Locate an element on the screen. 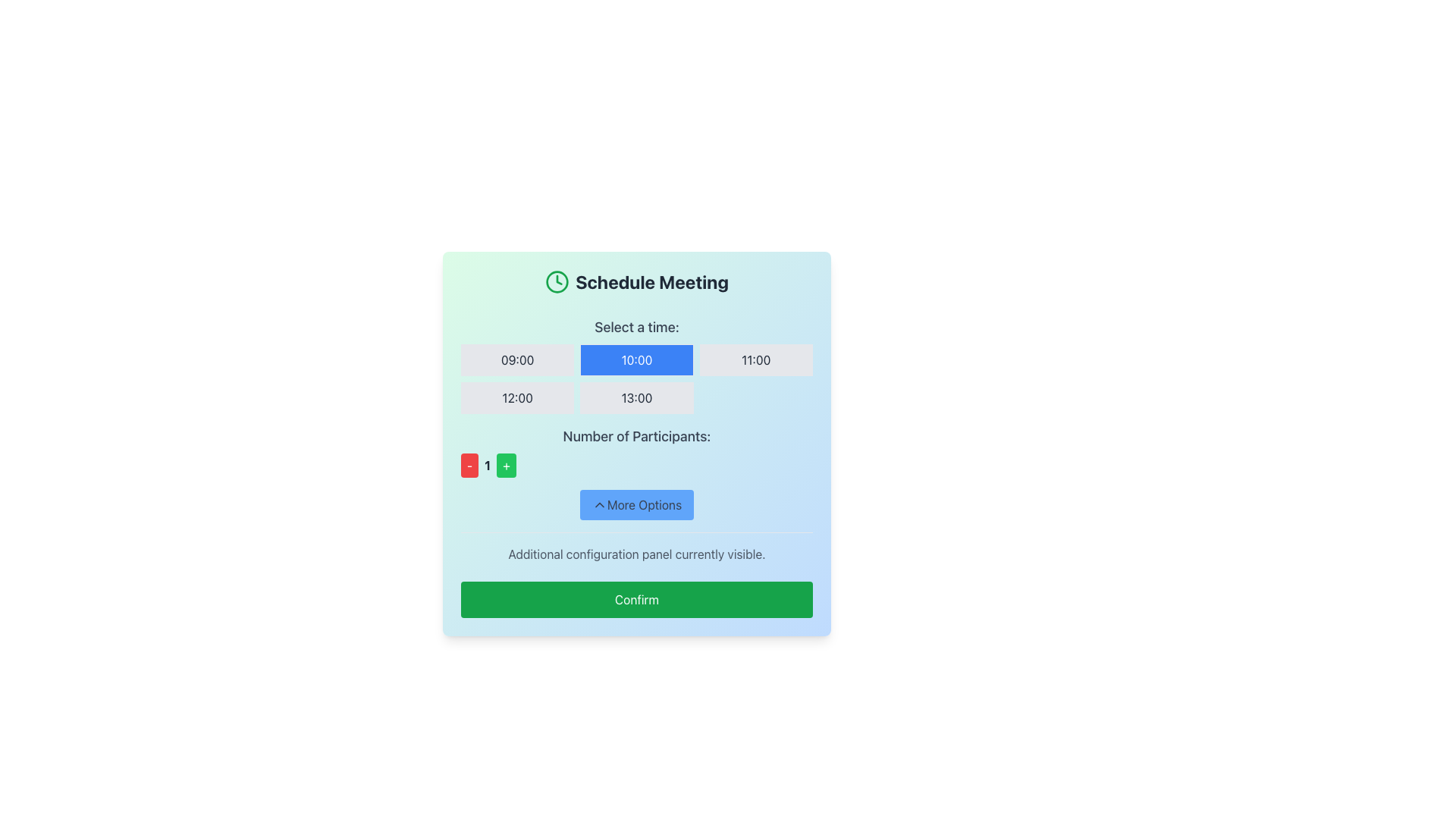 The height and width of the screenshot is (819, 1456). the text label displaying 'Additional configuration panel currently visible.' which is located below the 'More Options' button and above the 'Confirm' button is located at coordinates (637, 554).